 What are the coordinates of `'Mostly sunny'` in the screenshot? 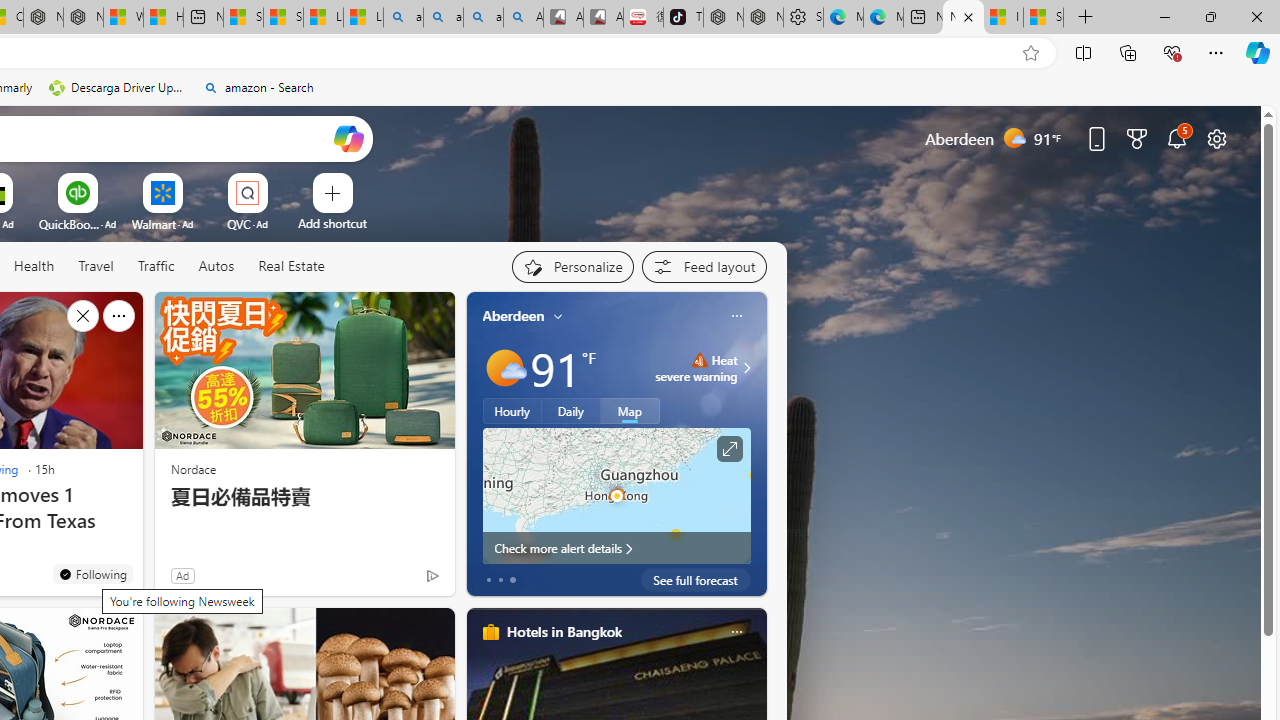 It's located at (504, 368).